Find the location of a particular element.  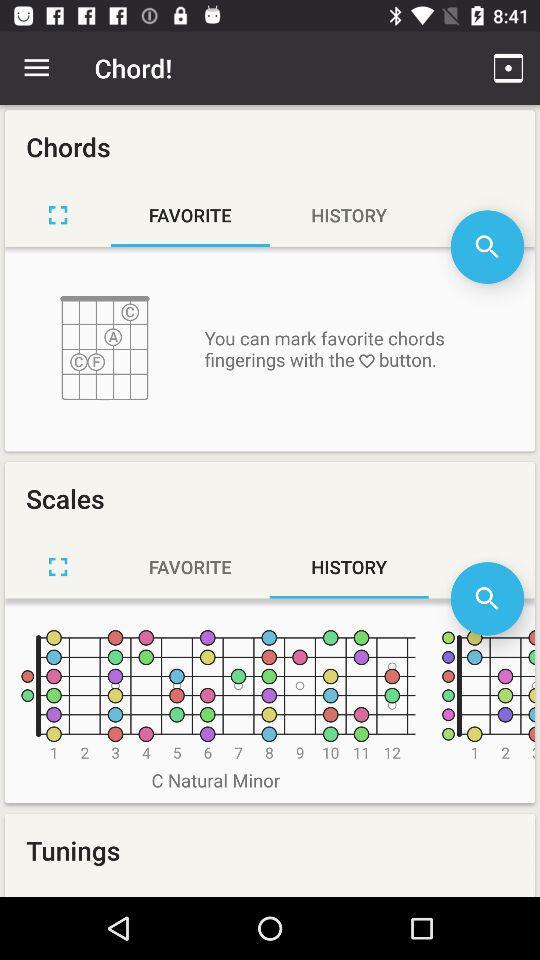

chord view is located at coordinates (58, 215).